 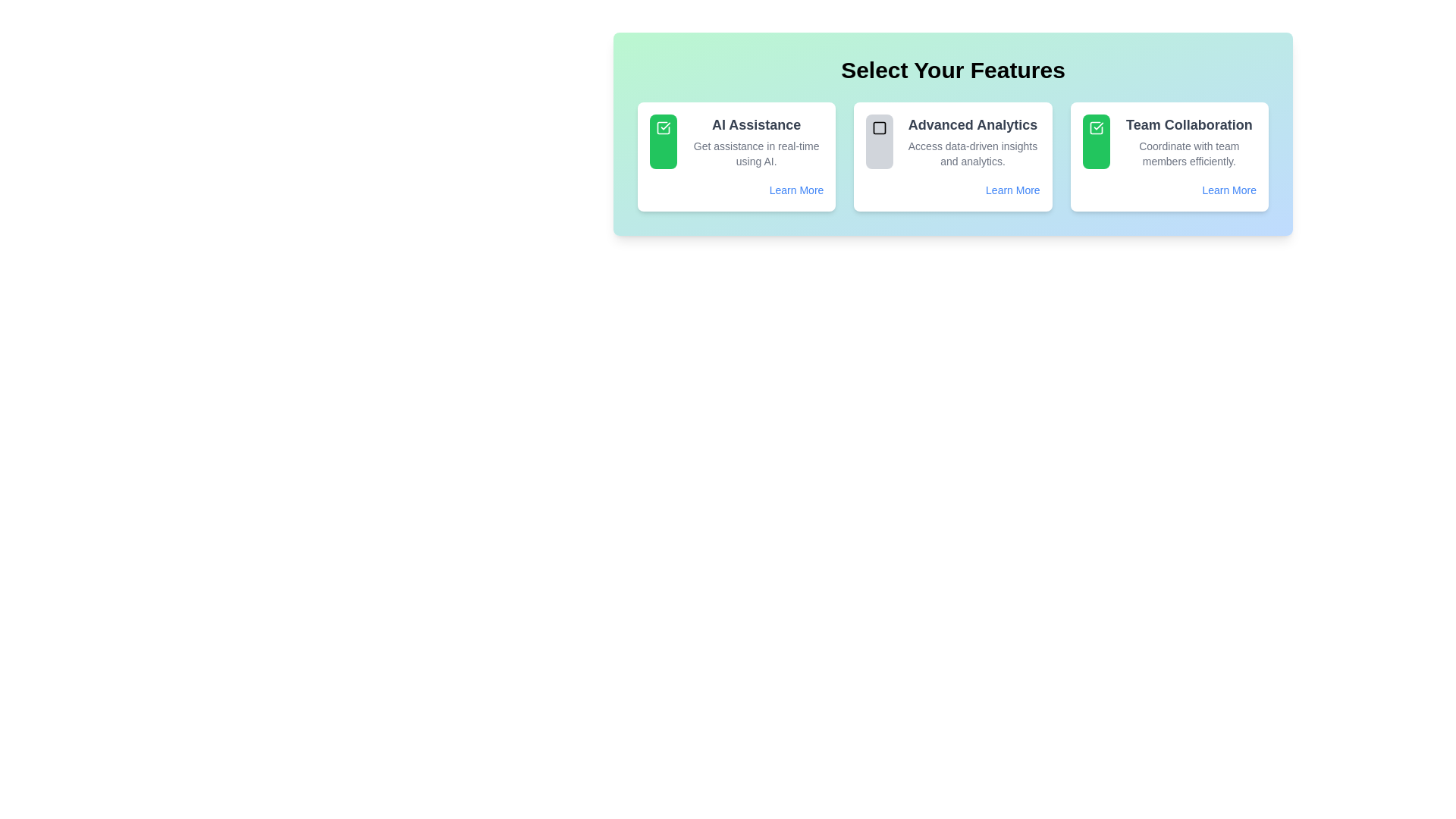 What do you see at coordinates (663, 127) in the screenshot?
I see `the Checkbox style icon within the green rectangular icon on the leftmost card labeled 'AI Assistance'` at bounding box center [663, 127].